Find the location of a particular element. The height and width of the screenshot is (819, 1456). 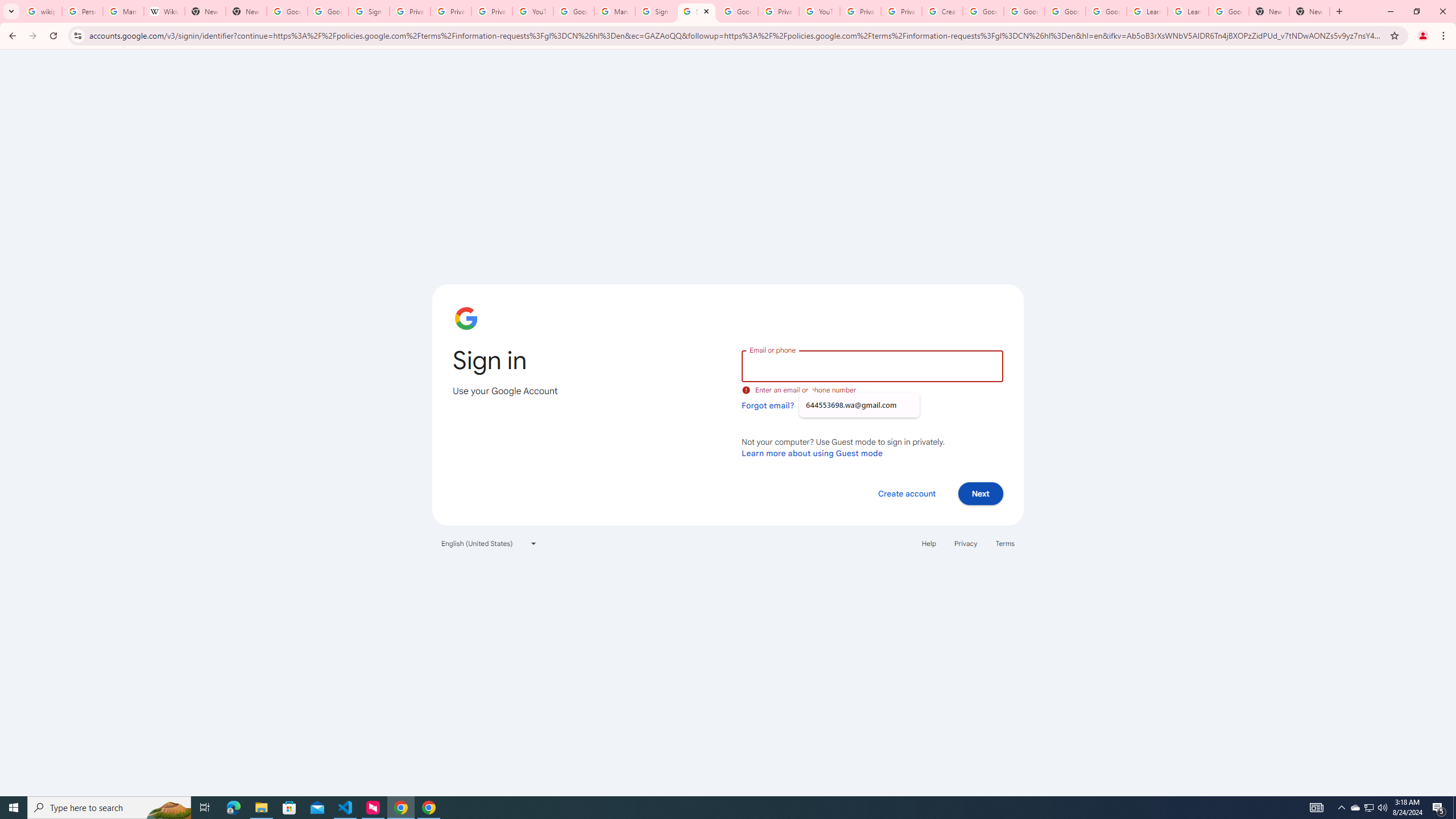

'Wikipedia:Edit requests - Wikipedia' is located at coordinates (164, 11).